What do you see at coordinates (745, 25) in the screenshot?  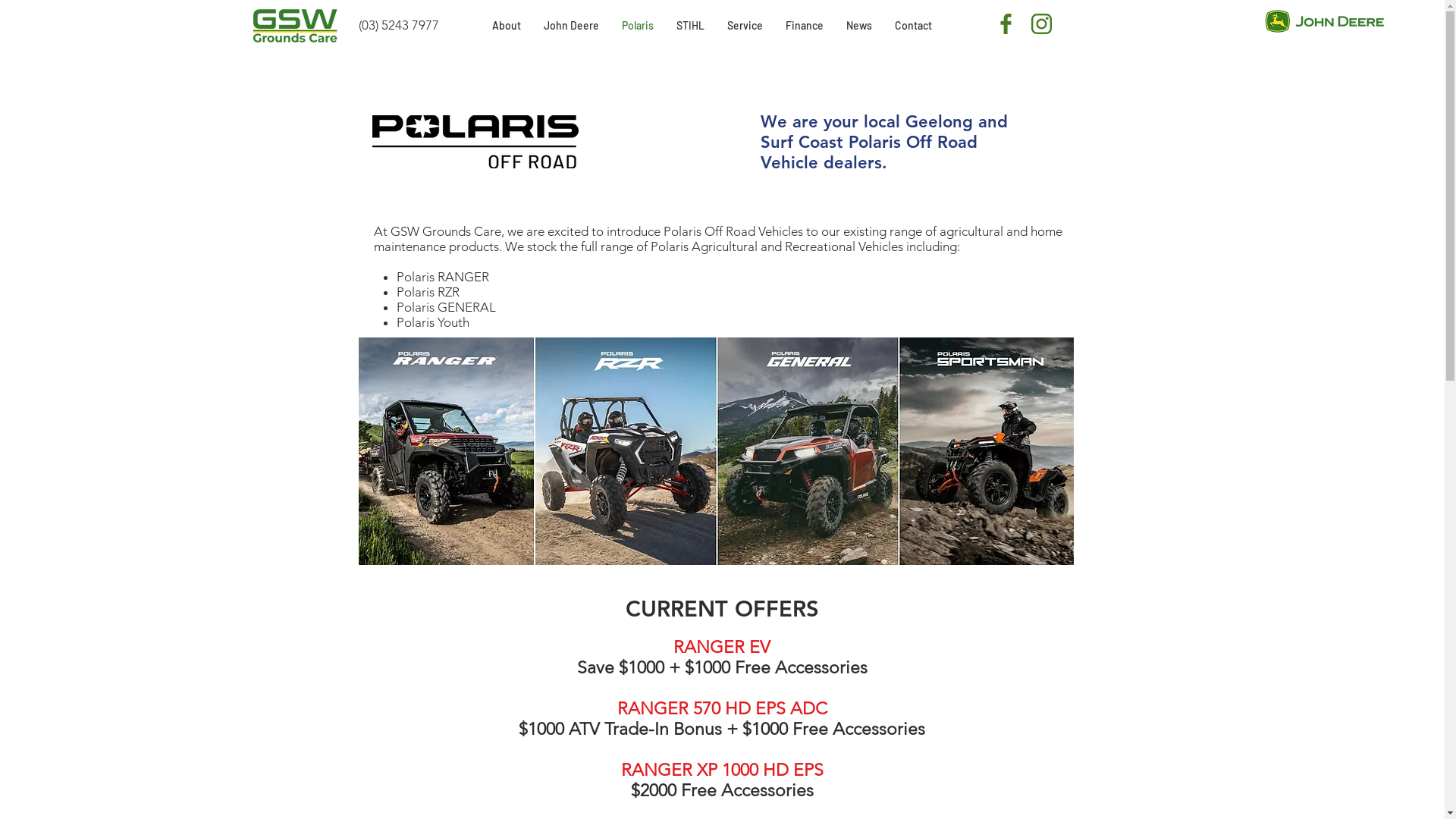 I see `'Service'` at bounding box center [745, 25].